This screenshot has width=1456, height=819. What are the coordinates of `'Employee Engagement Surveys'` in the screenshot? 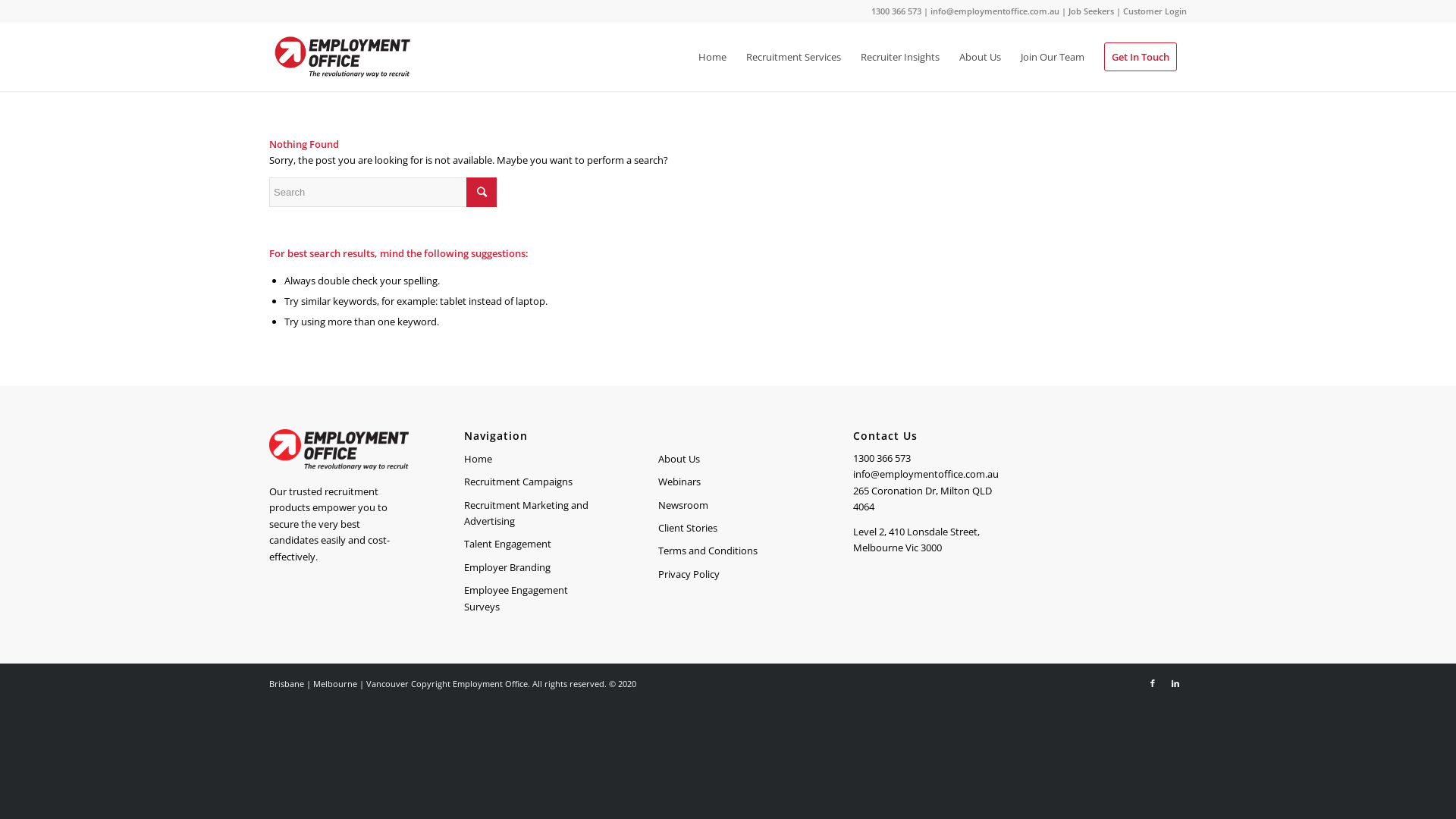 It's located at (534, 598).